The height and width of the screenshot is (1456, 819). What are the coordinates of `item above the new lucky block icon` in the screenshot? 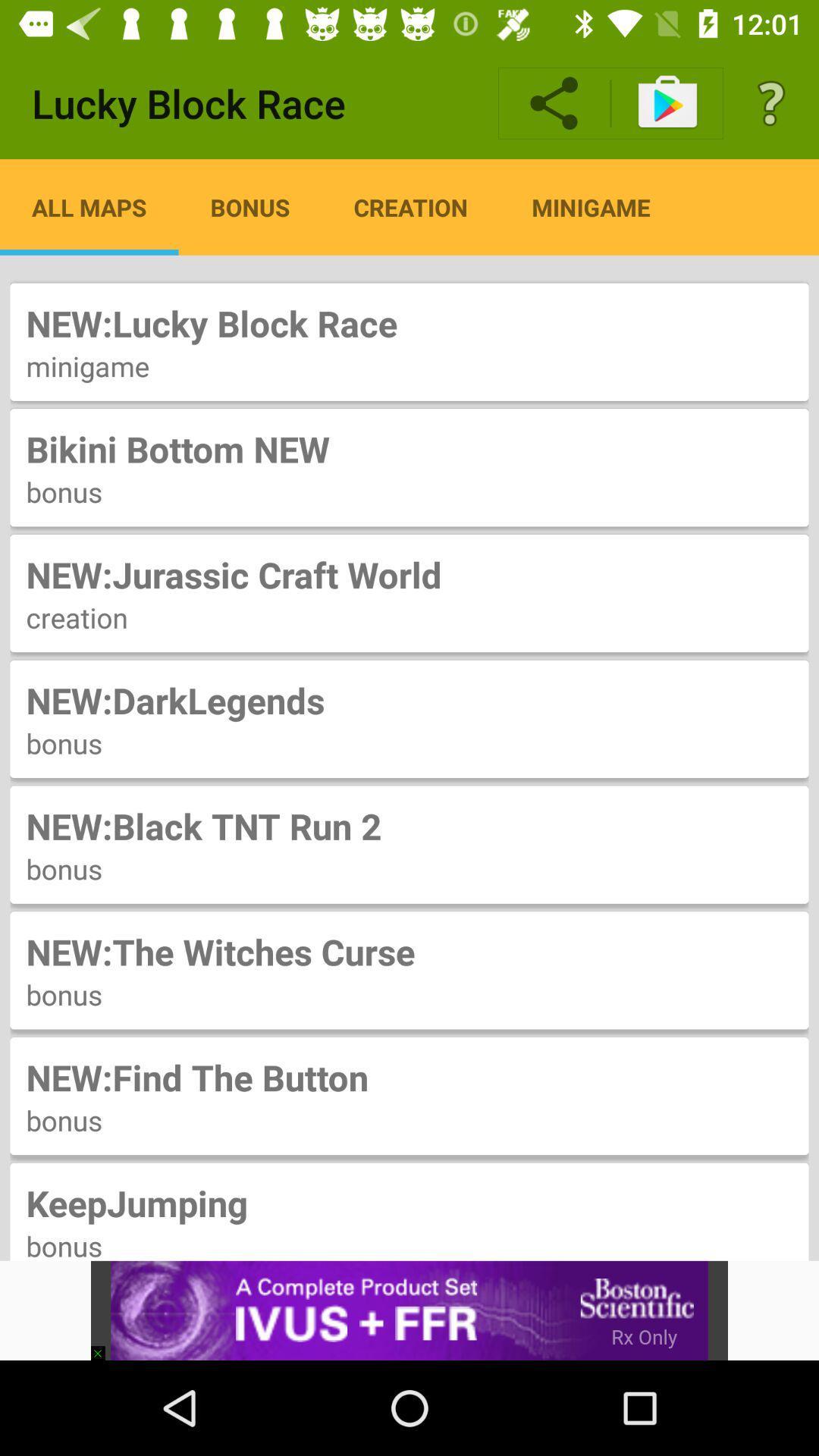 It's located at (89, 206).